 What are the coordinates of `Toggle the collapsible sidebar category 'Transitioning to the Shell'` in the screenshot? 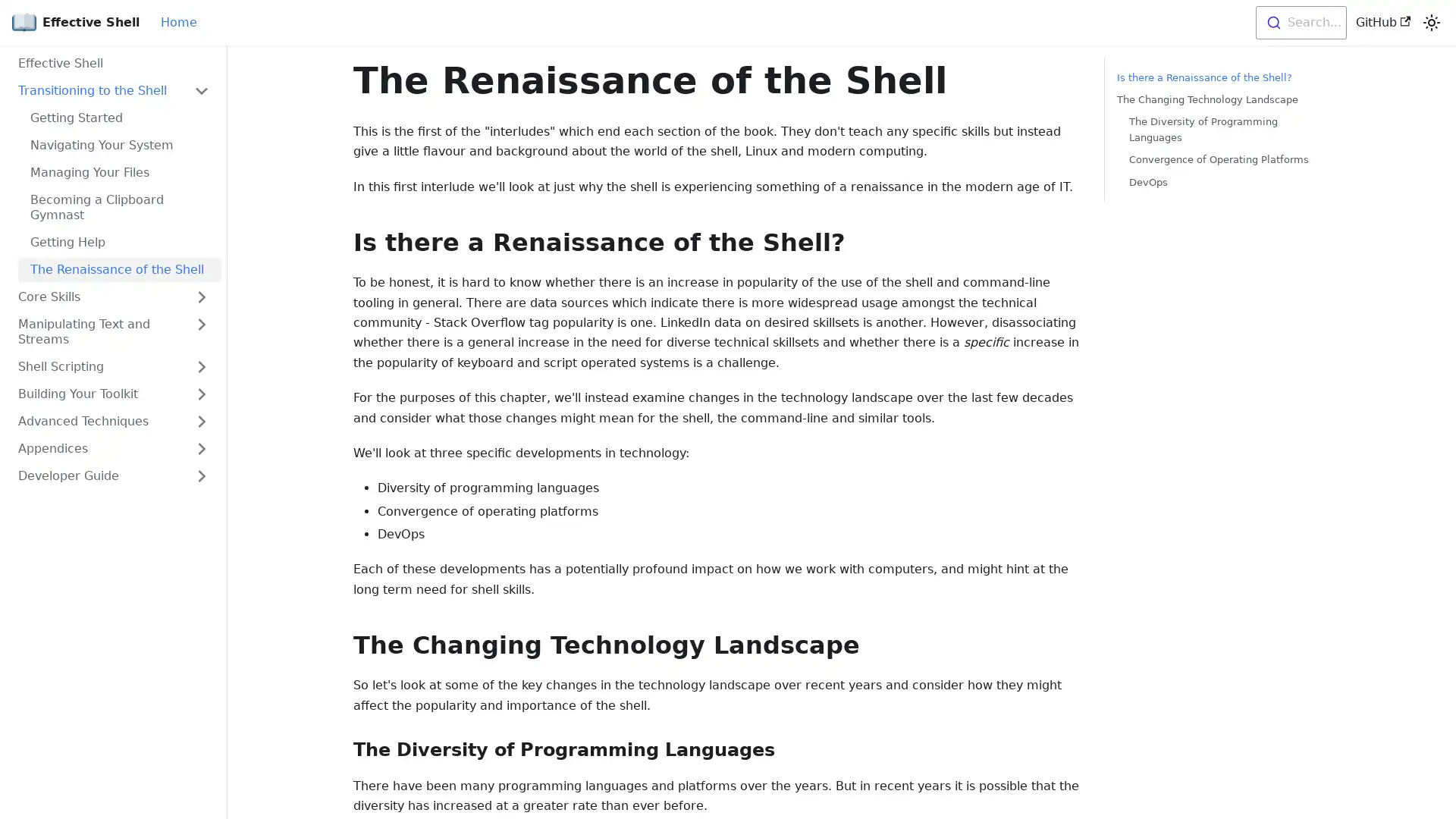 It's located at (200, 90).